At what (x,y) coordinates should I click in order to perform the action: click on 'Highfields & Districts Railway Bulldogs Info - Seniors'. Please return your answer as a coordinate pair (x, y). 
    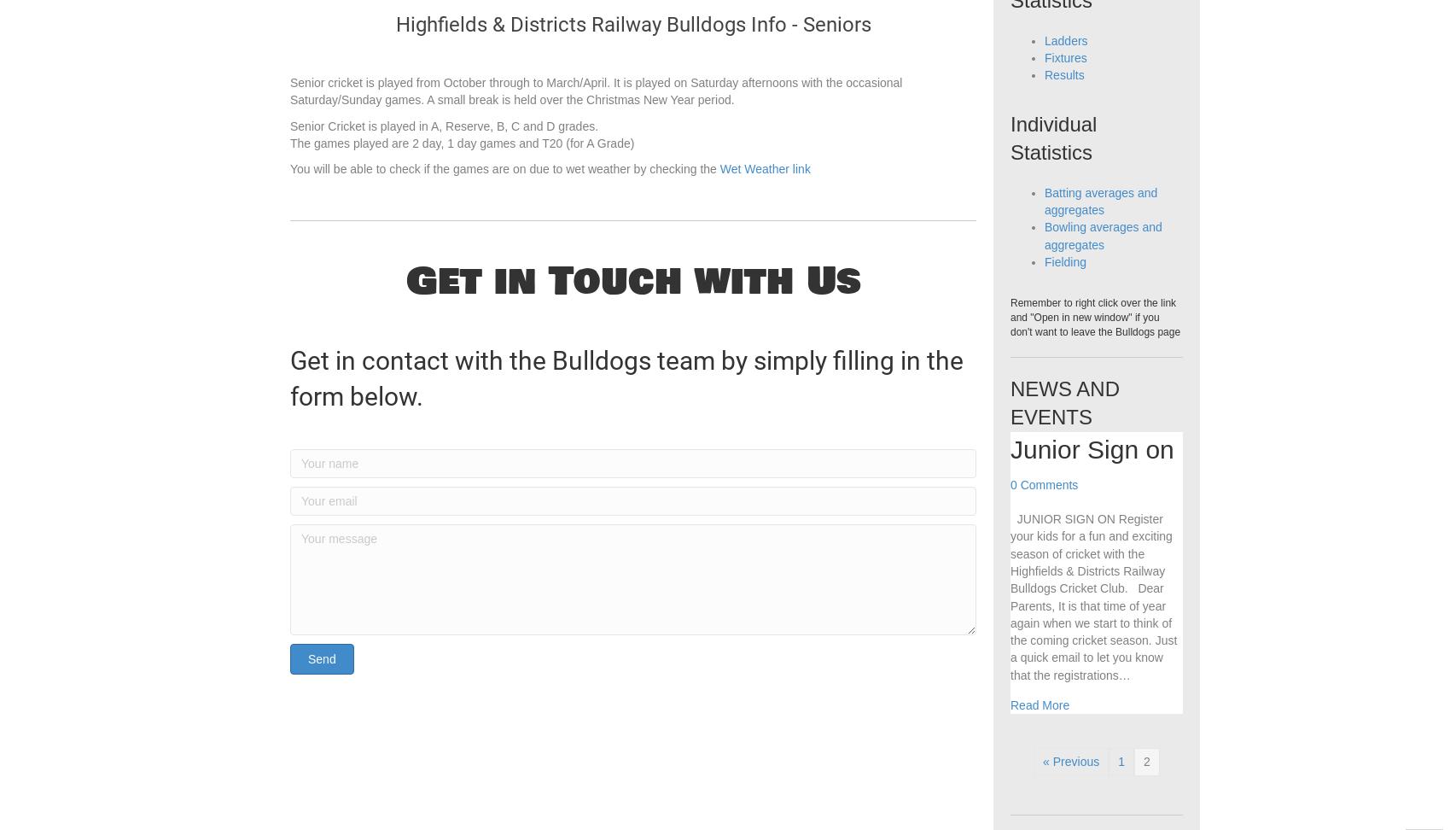
    Looking at the image, I should click on (632, 59).